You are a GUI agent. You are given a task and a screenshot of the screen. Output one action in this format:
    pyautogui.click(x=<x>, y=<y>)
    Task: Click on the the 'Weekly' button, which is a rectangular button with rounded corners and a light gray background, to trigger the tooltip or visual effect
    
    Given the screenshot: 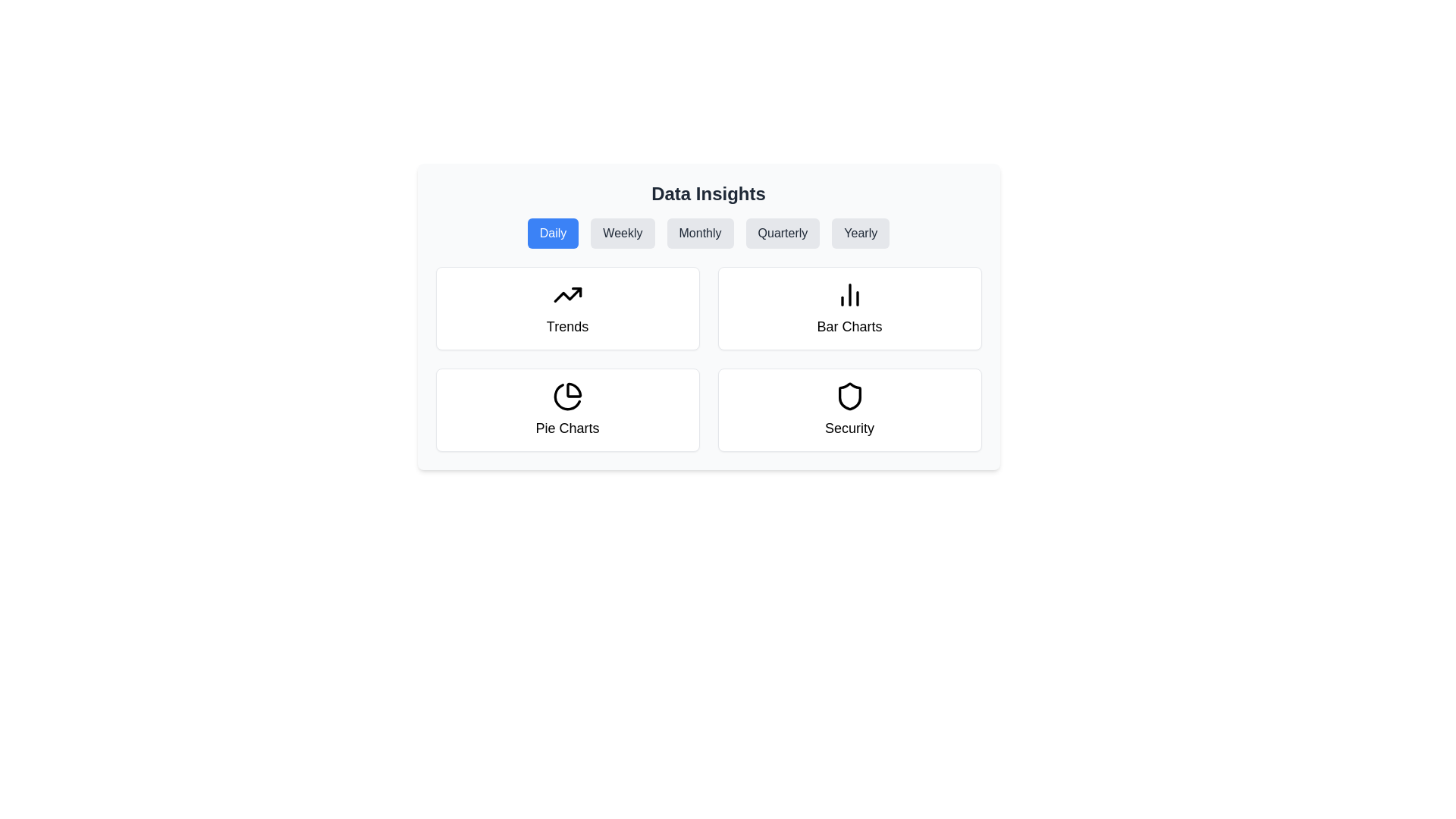 What is the action you would take?
    pyautogui.click(x=623, y=234)
    